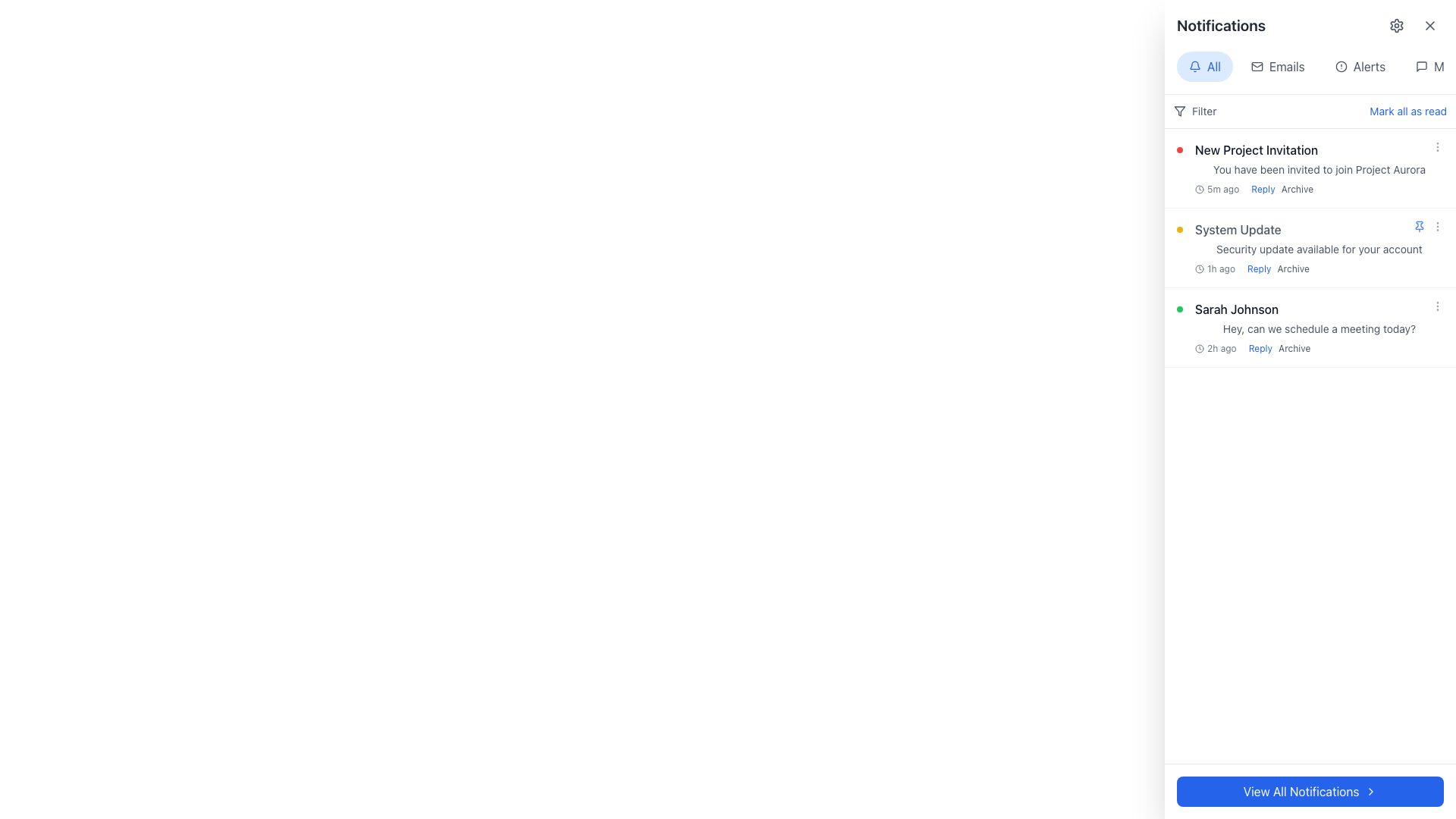 The width and height of the screenshot is (1456, 819). I want to click on the leftmost button in the horizontal group of two icons at the top-right corner of the notifications panel, so click(1396, 26).